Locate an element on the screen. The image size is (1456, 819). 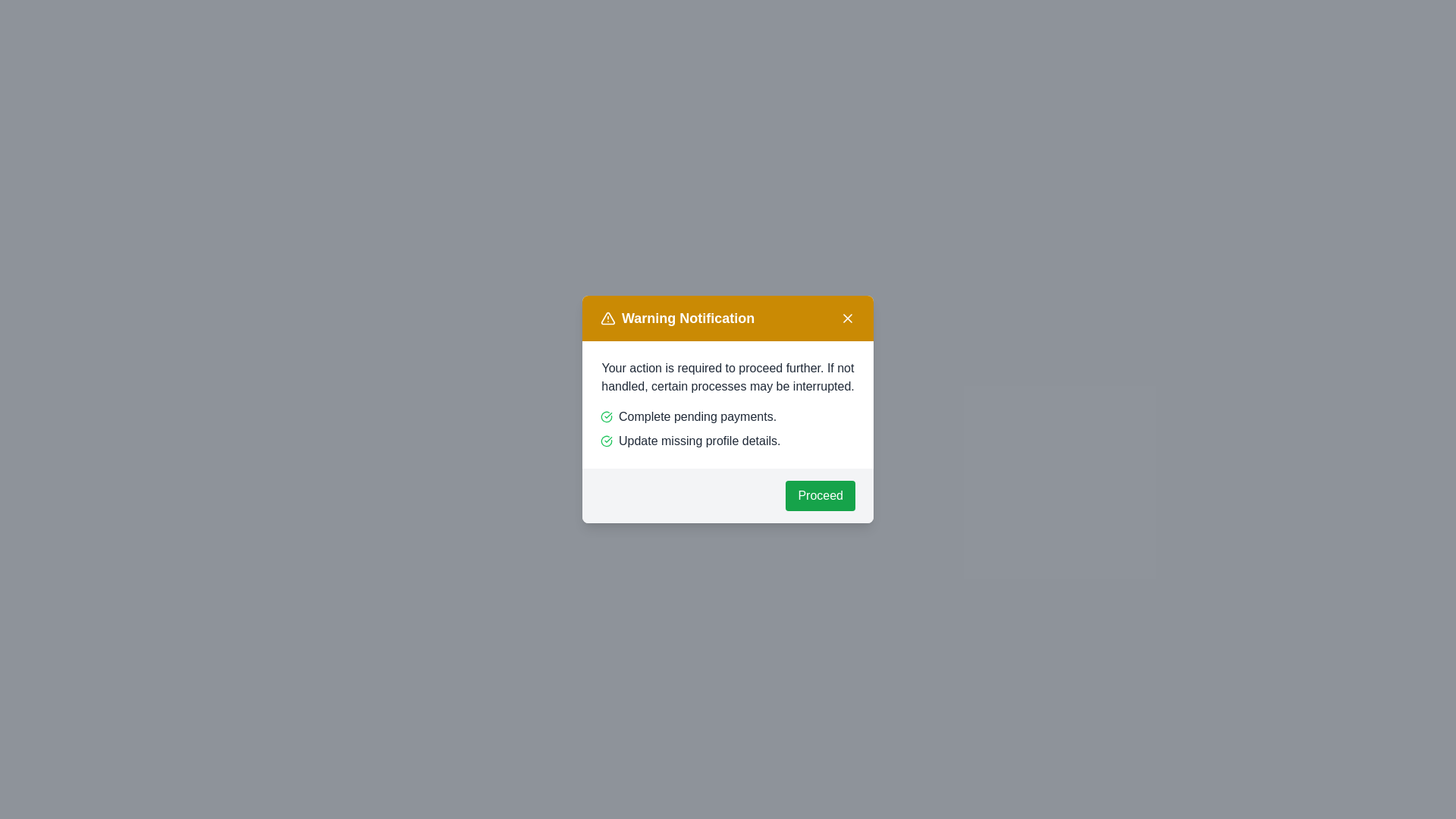
the circular icon with a green outline and white checkmark, located to the left of the text 'Update missing profile details.' in the notification box for understanding the status is located at coordinates (607, 441).